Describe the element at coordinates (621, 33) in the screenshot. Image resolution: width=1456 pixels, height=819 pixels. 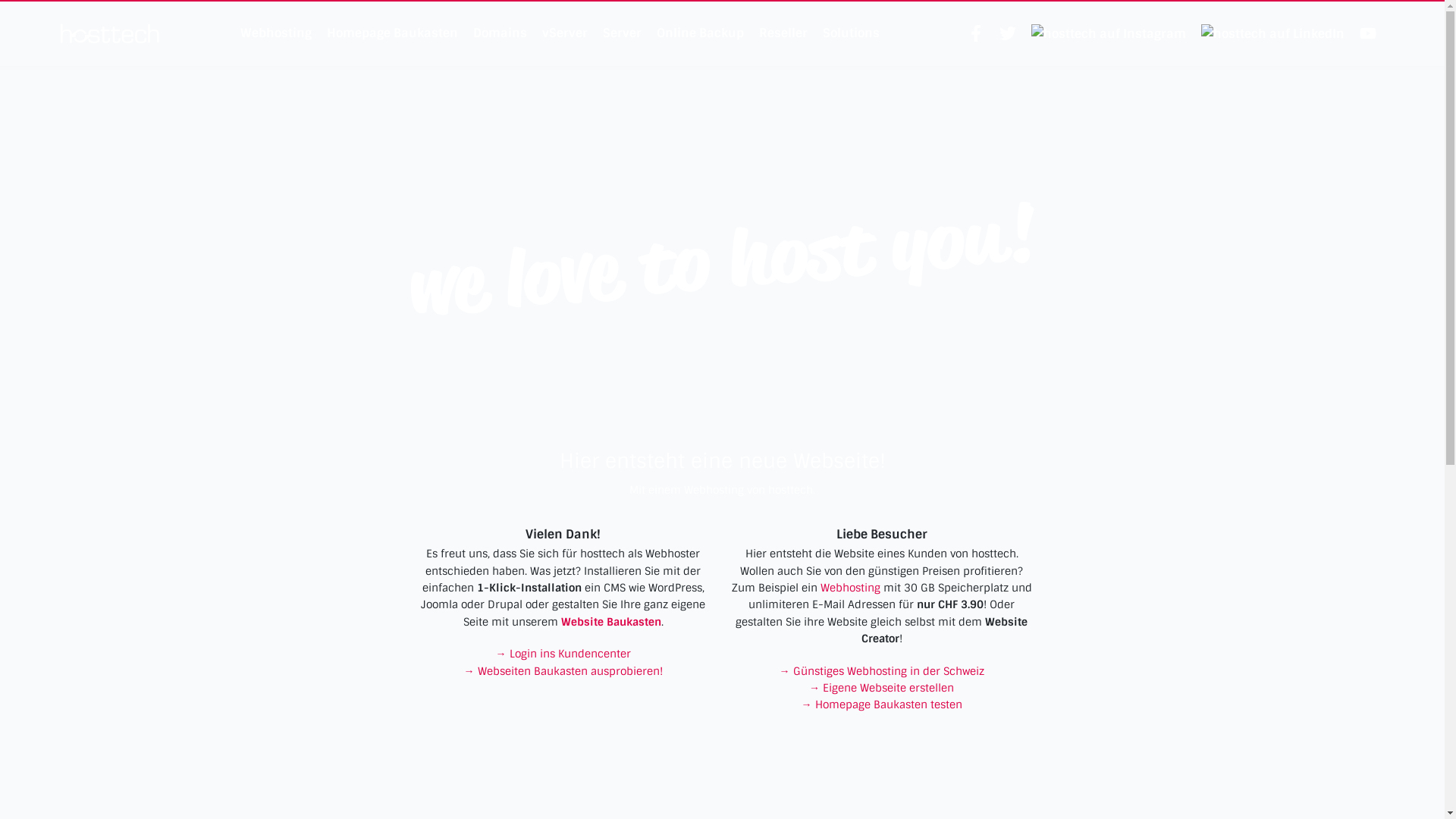
I see `'Server'` at that location.